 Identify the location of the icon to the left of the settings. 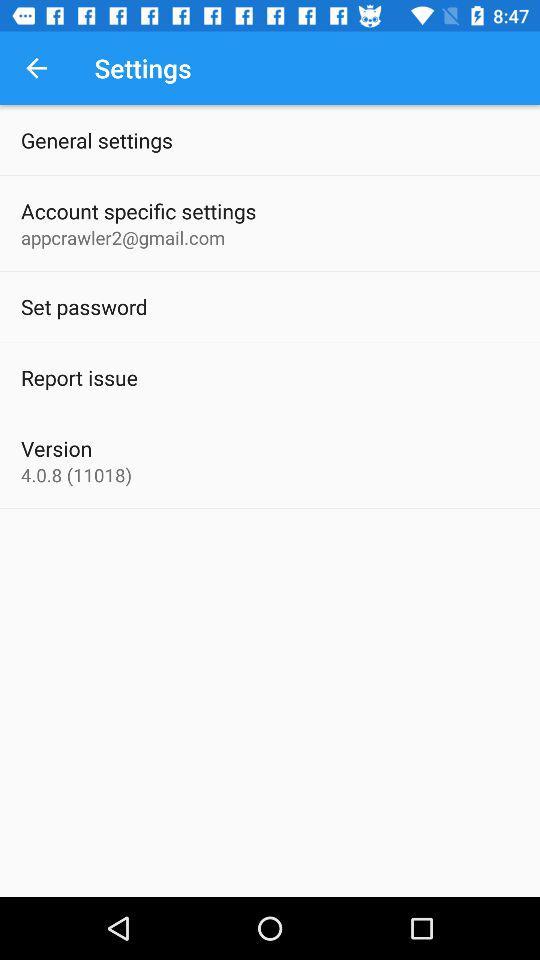
(36, 68).